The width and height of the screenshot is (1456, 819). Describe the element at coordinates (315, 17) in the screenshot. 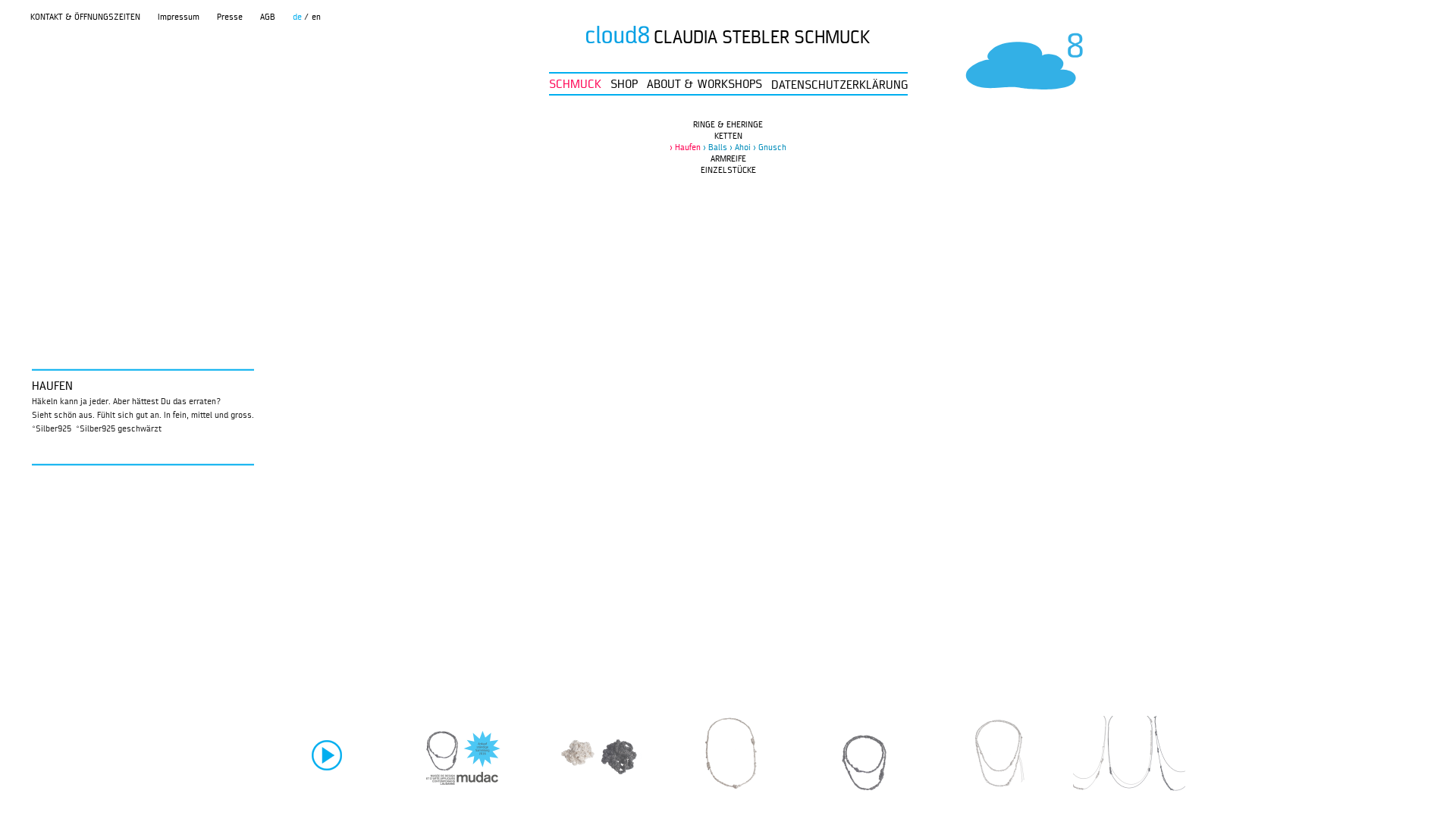

I see `'en'` at that location.